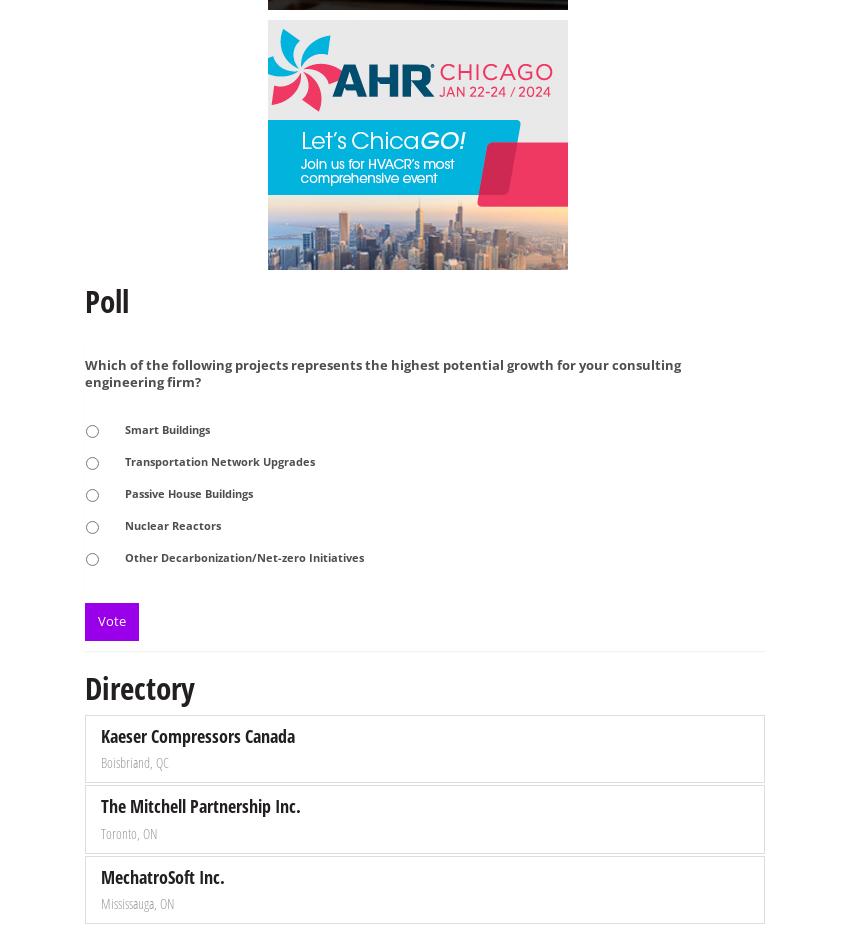 This screenshot has width=865, height=948. Describe the element at coordinates (243, 557) in the screenshot. I see `'Other Decarbonization/Net-zero Initiatives'` at that location.